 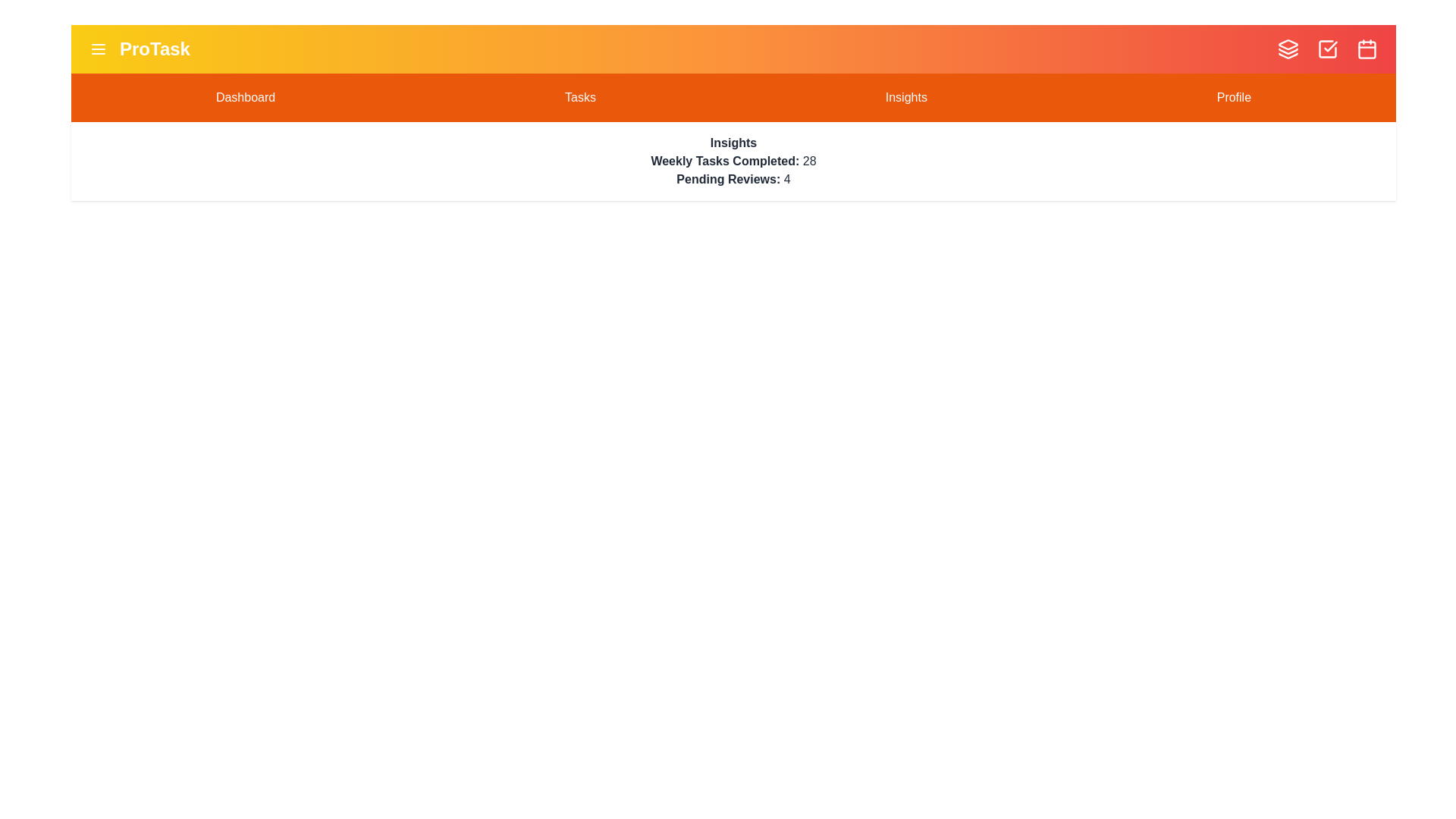 I want to click on the menu toggle button to toggle the menu visibility, so click(x=97, y=49).